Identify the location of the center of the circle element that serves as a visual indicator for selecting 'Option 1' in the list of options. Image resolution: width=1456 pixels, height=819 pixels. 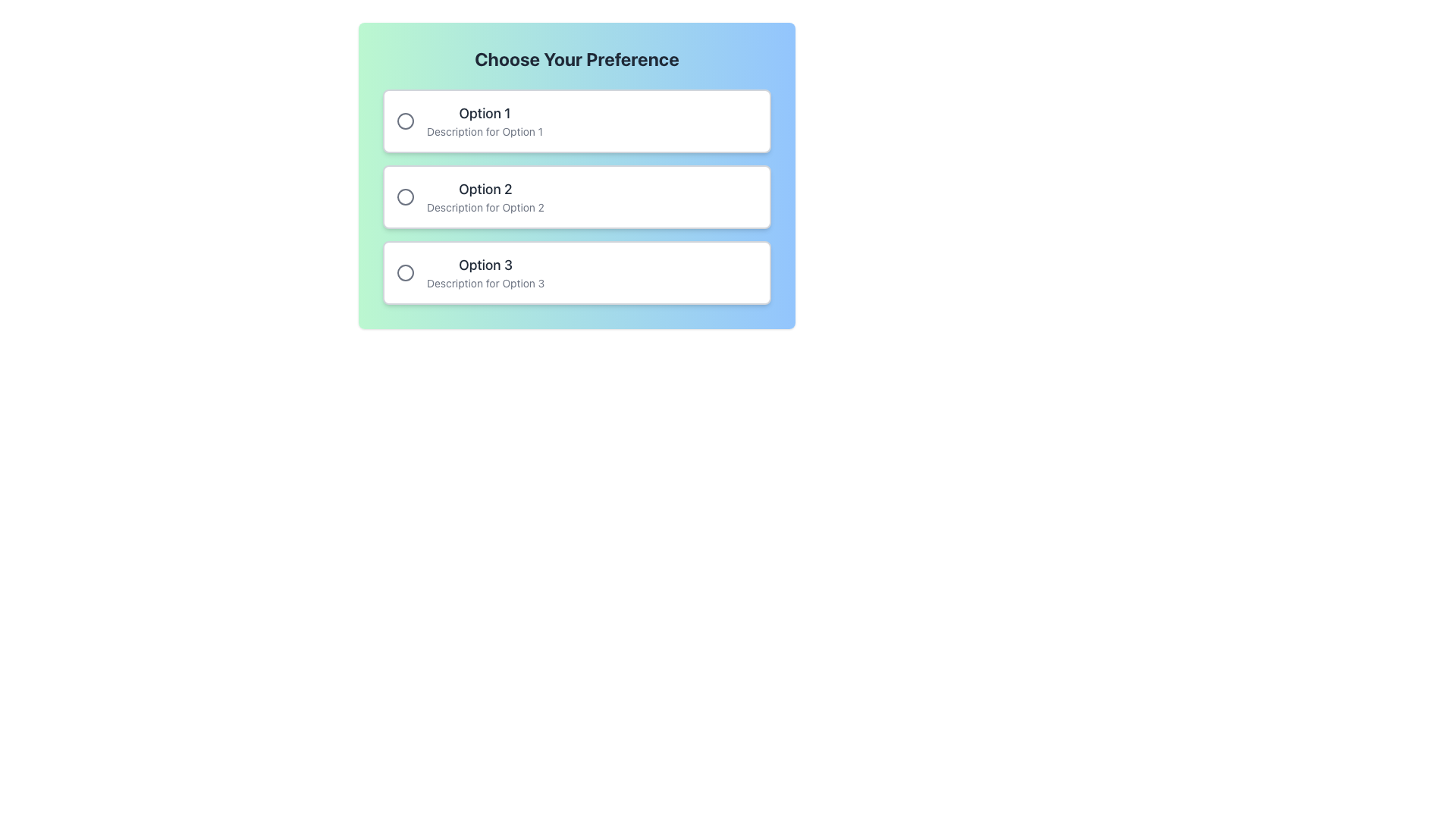
(405, 120).